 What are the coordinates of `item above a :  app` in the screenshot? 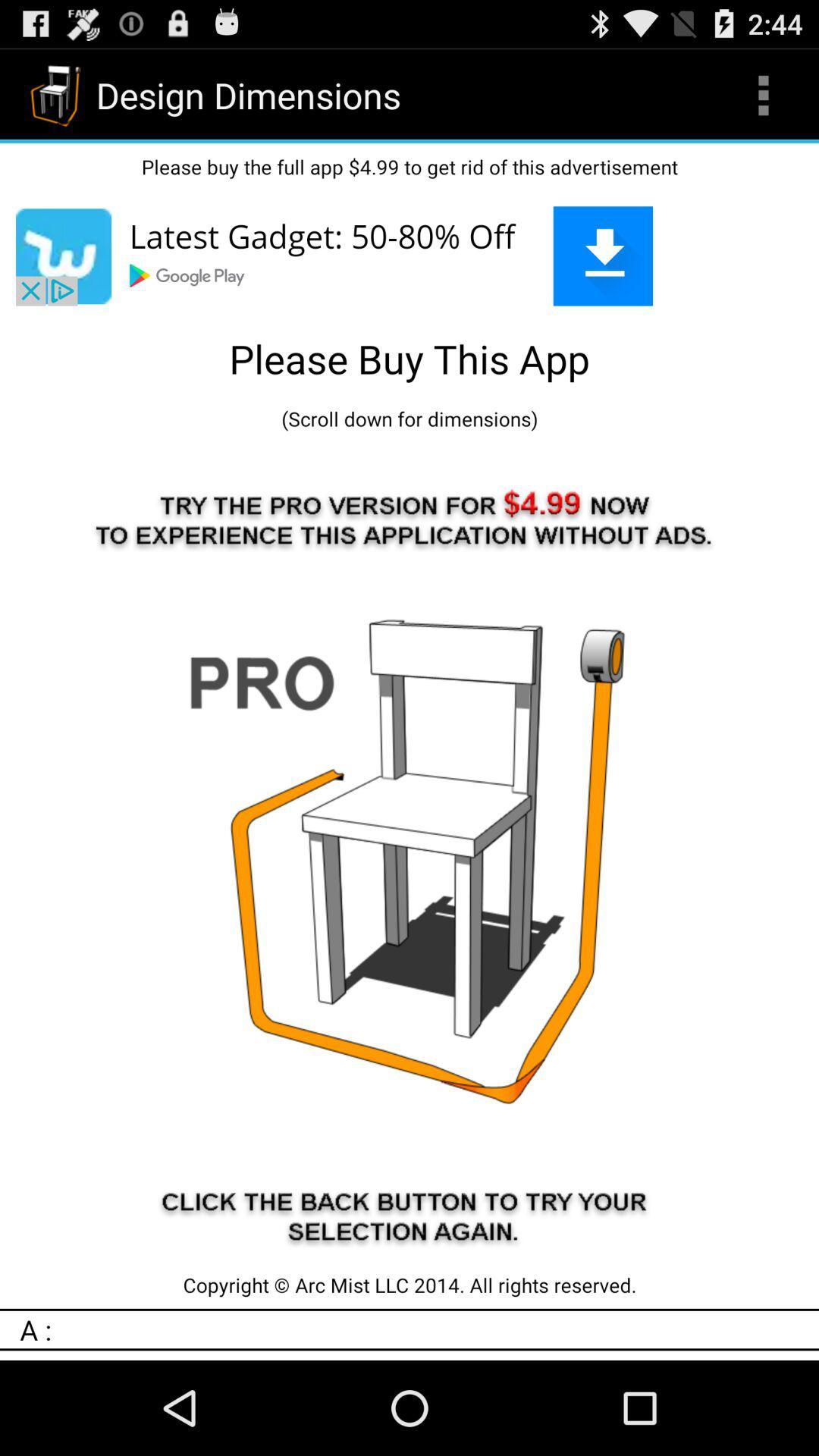 It's located at (409, 1284).